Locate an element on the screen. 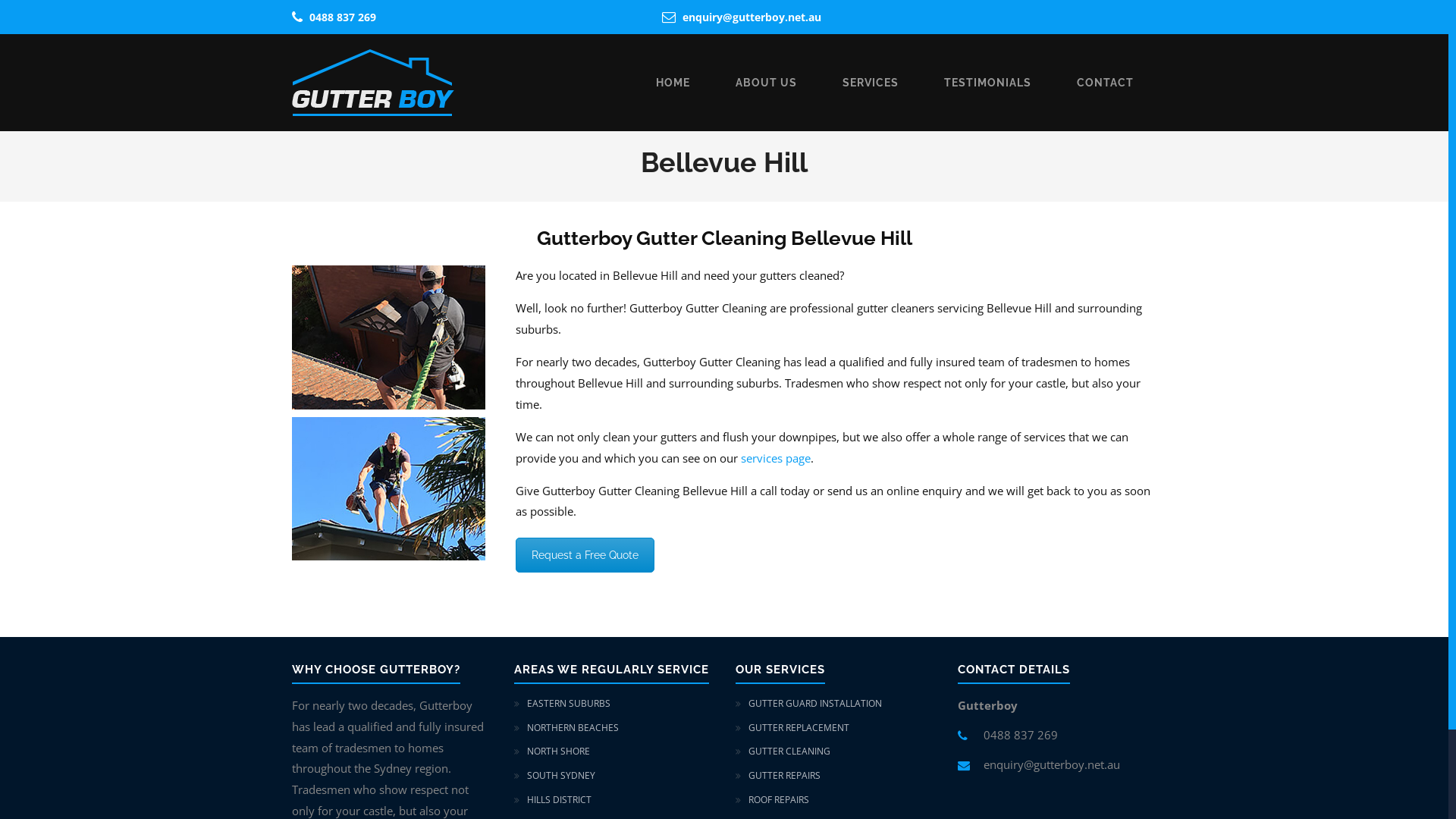 The width and height of the screenshot is (1456, 819). 'SERVICES' is located at coordinates (870, 83).